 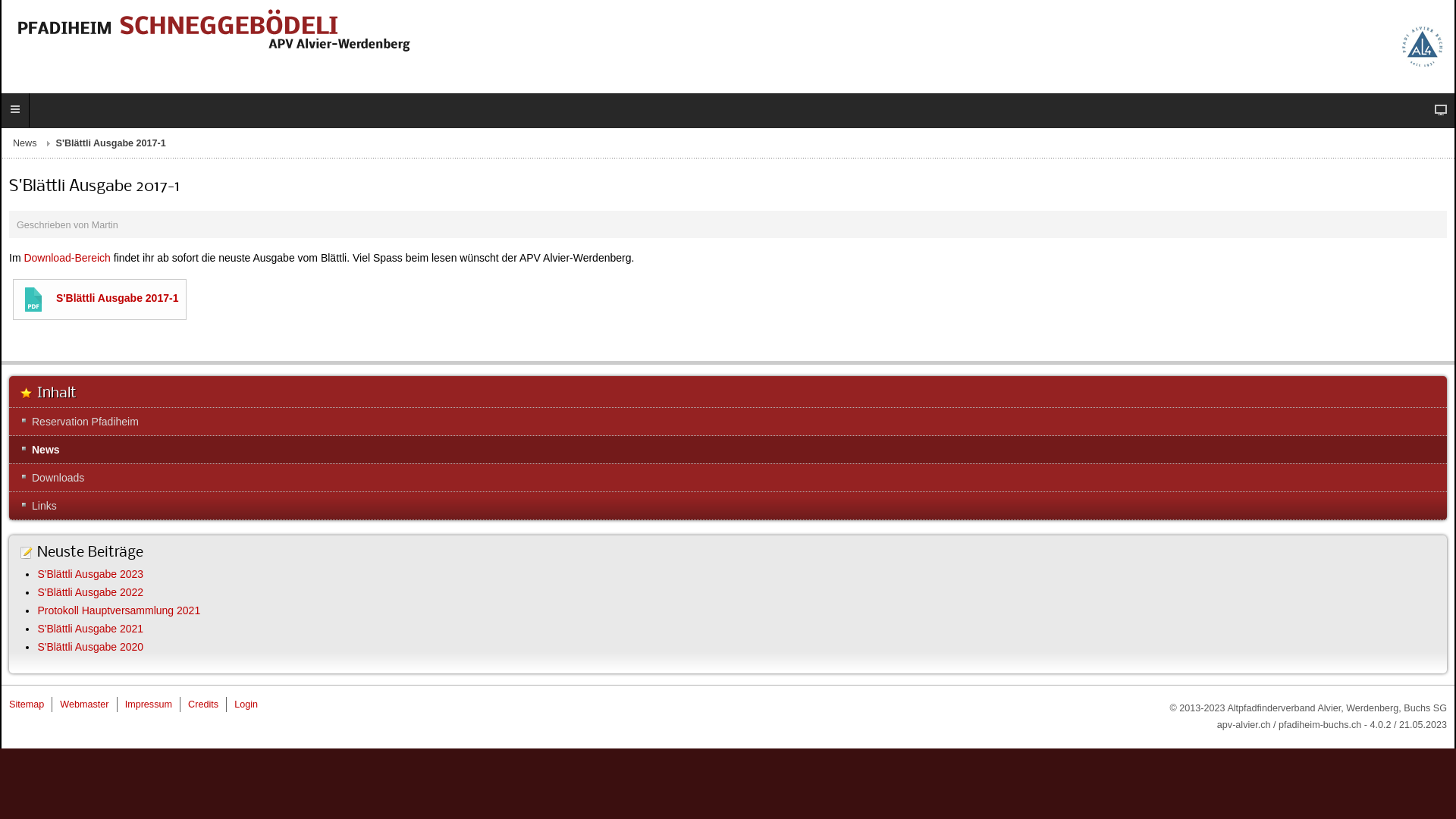 What do you see at coordinates (26, 704) in the screenshot?
I see `'Sitemap'` at bounding box center [26, 704].